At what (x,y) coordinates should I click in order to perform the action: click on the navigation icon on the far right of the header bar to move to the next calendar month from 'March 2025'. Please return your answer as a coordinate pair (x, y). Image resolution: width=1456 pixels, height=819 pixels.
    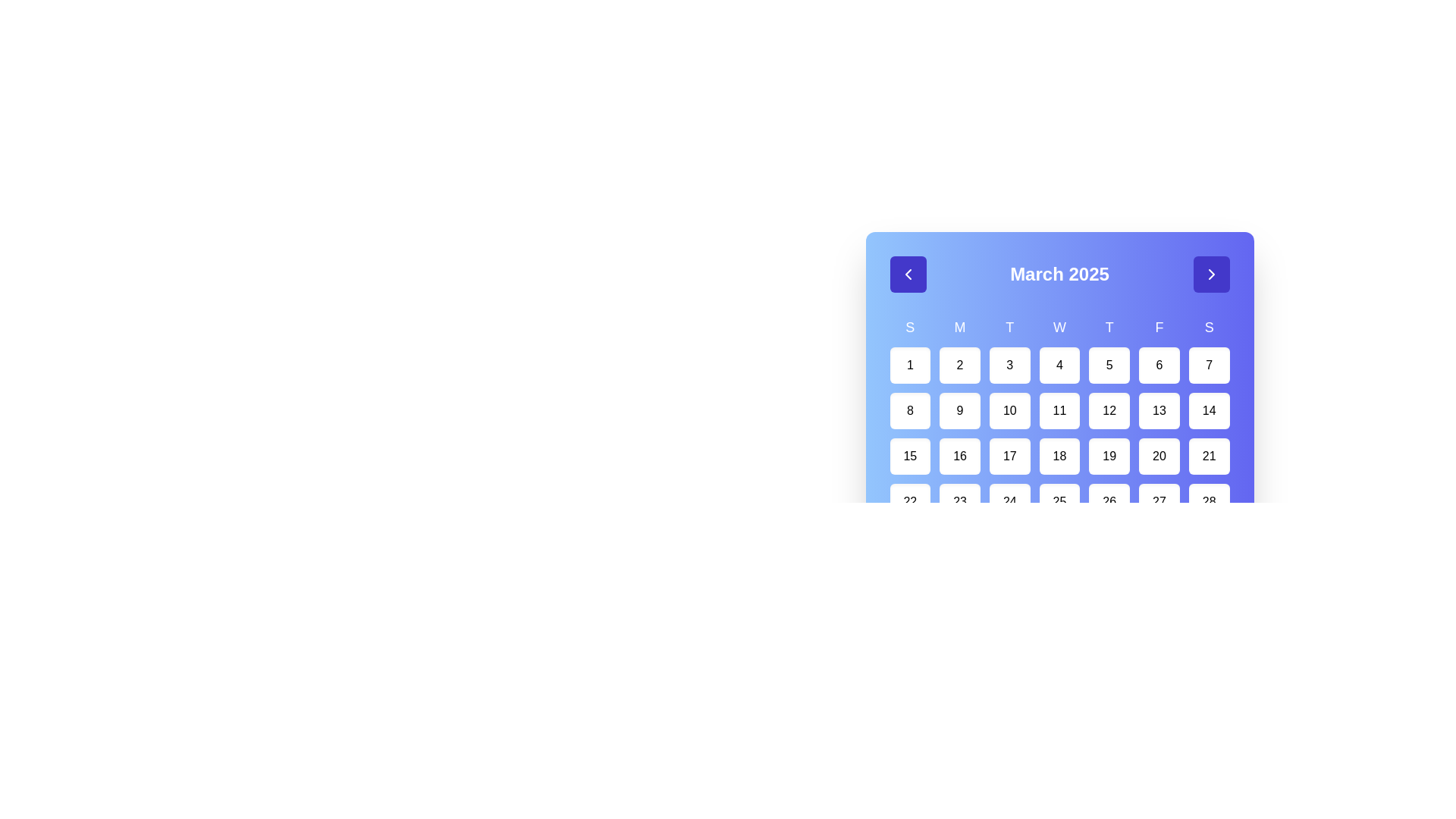
    Looking at the image, I should click on (1210, 275).